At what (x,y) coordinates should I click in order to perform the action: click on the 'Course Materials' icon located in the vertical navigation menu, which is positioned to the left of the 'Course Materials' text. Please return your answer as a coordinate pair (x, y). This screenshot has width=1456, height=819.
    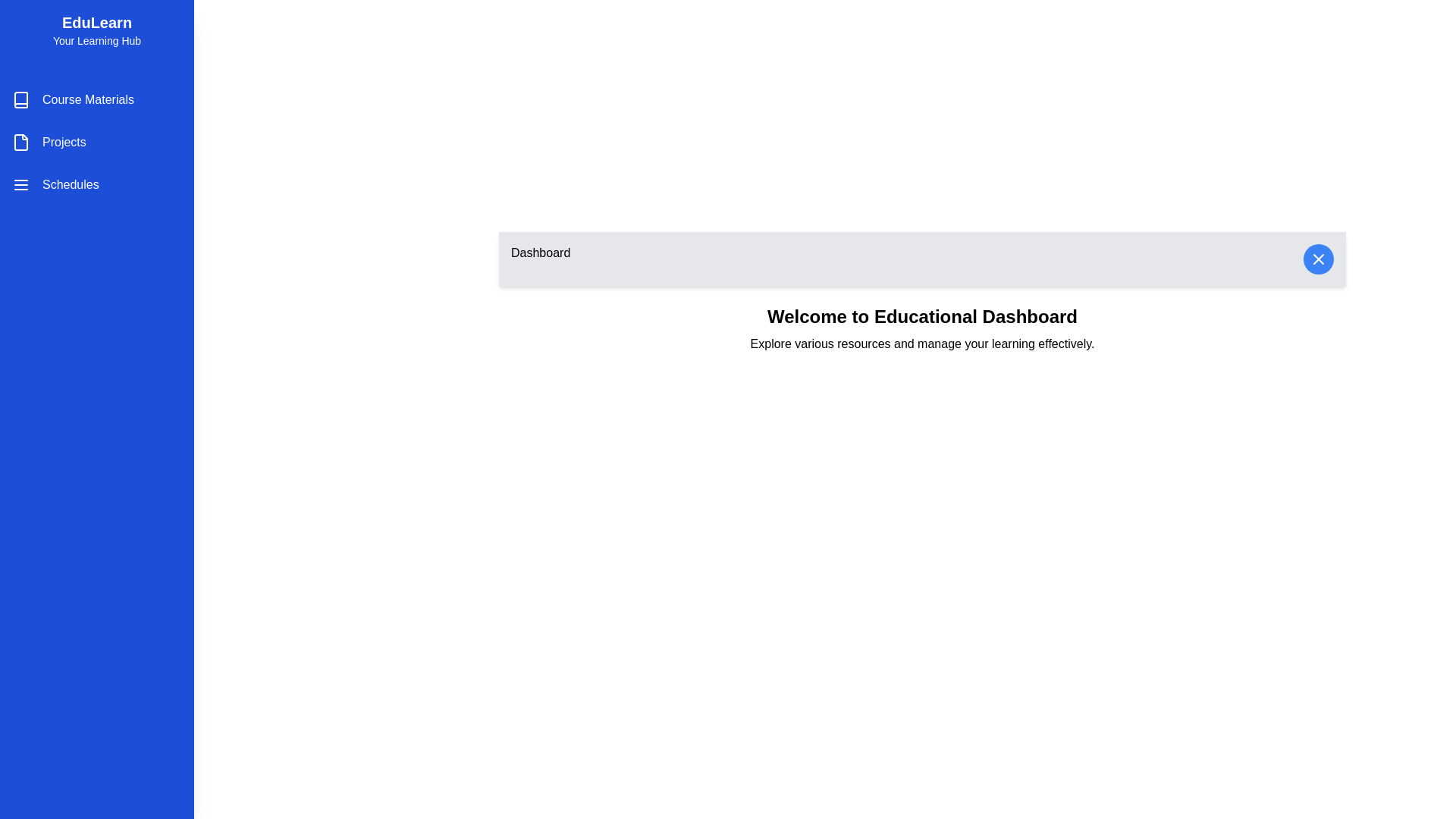
    Looking at the image, I should click on (21, 99).